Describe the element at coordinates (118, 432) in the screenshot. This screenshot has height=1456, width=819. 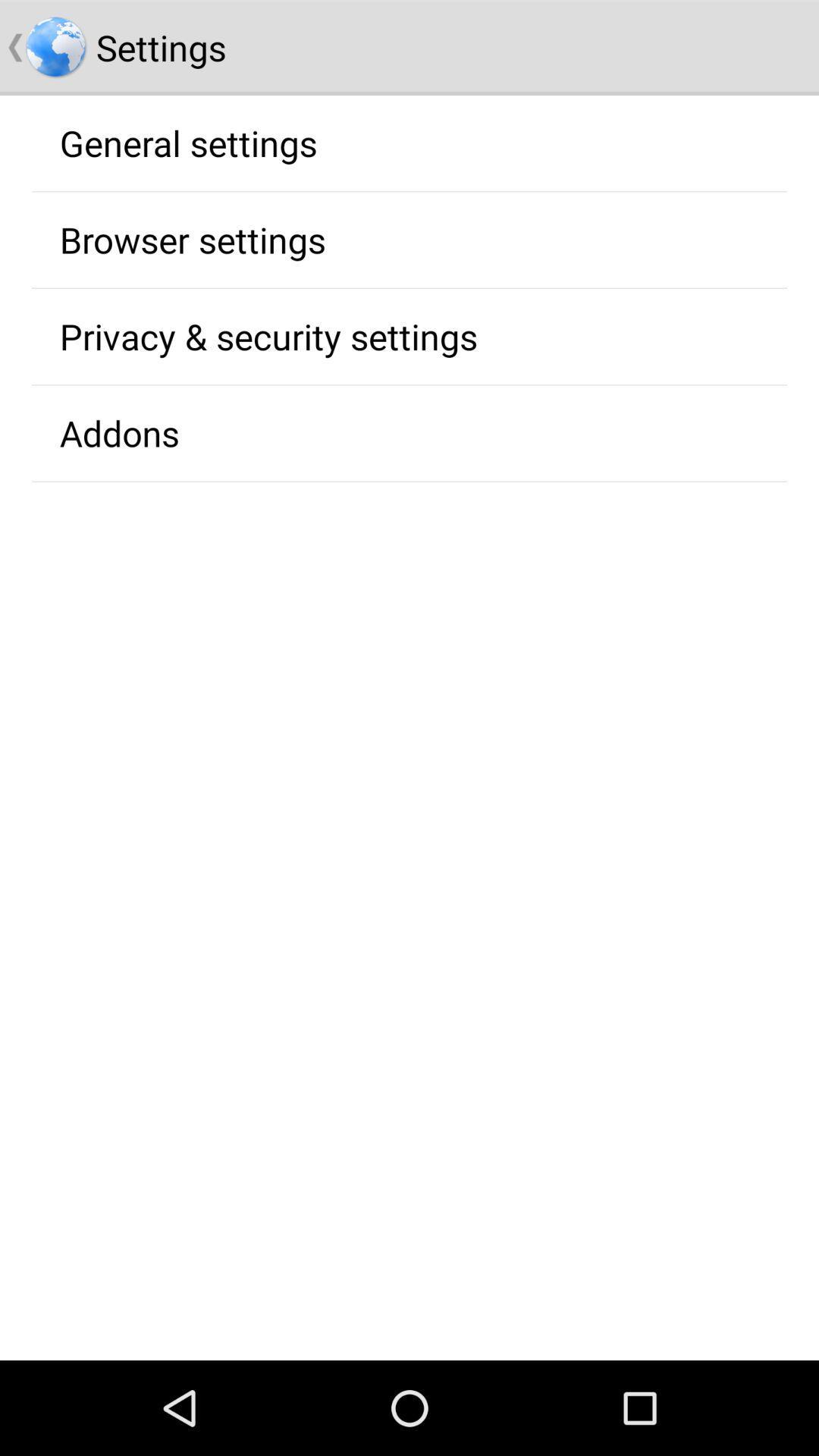
I see `addons item` at that location.